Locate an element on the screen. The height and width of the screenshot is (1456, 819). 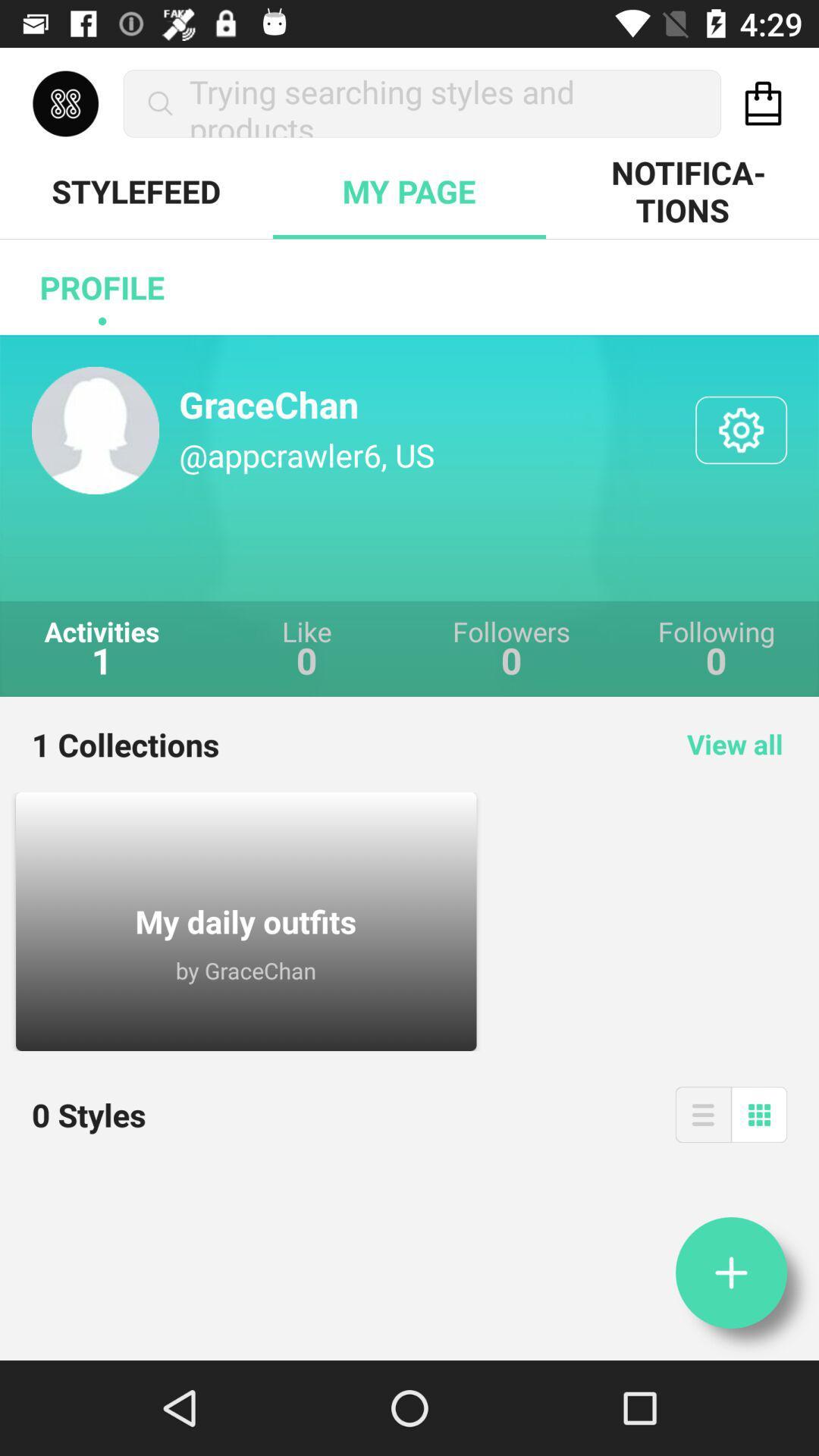
the view all is located at coordinates (734, 744).